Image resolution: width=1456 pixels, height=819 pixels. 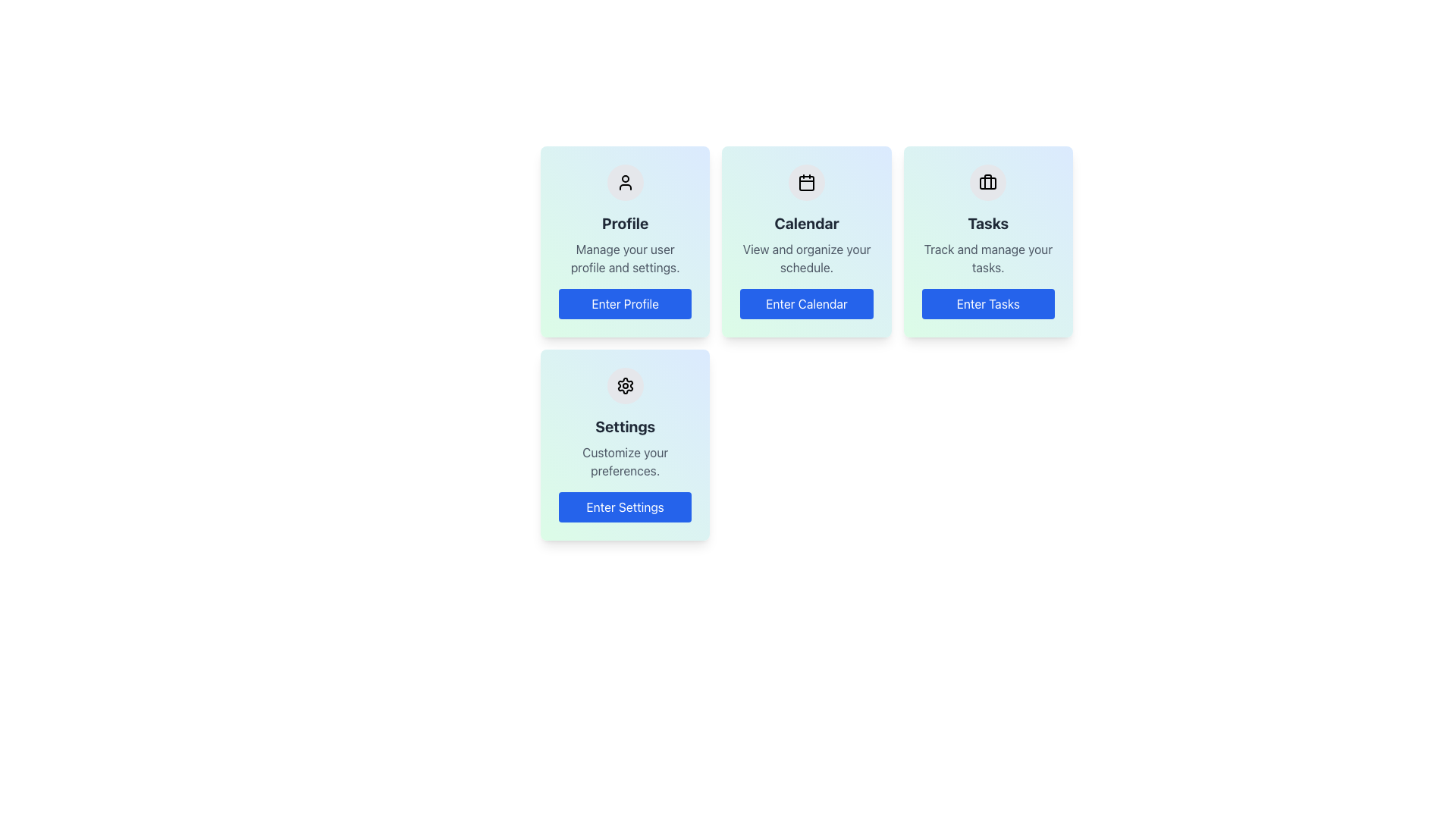 What do you see at coordinates (806, 183) in the screenshot?
I see `the visual part of the calendar icon located in the middle card of the top row of a 2x3 grid layout, which enhances the user's recognition of the calendar functionality` at bounding box center [806, 183].